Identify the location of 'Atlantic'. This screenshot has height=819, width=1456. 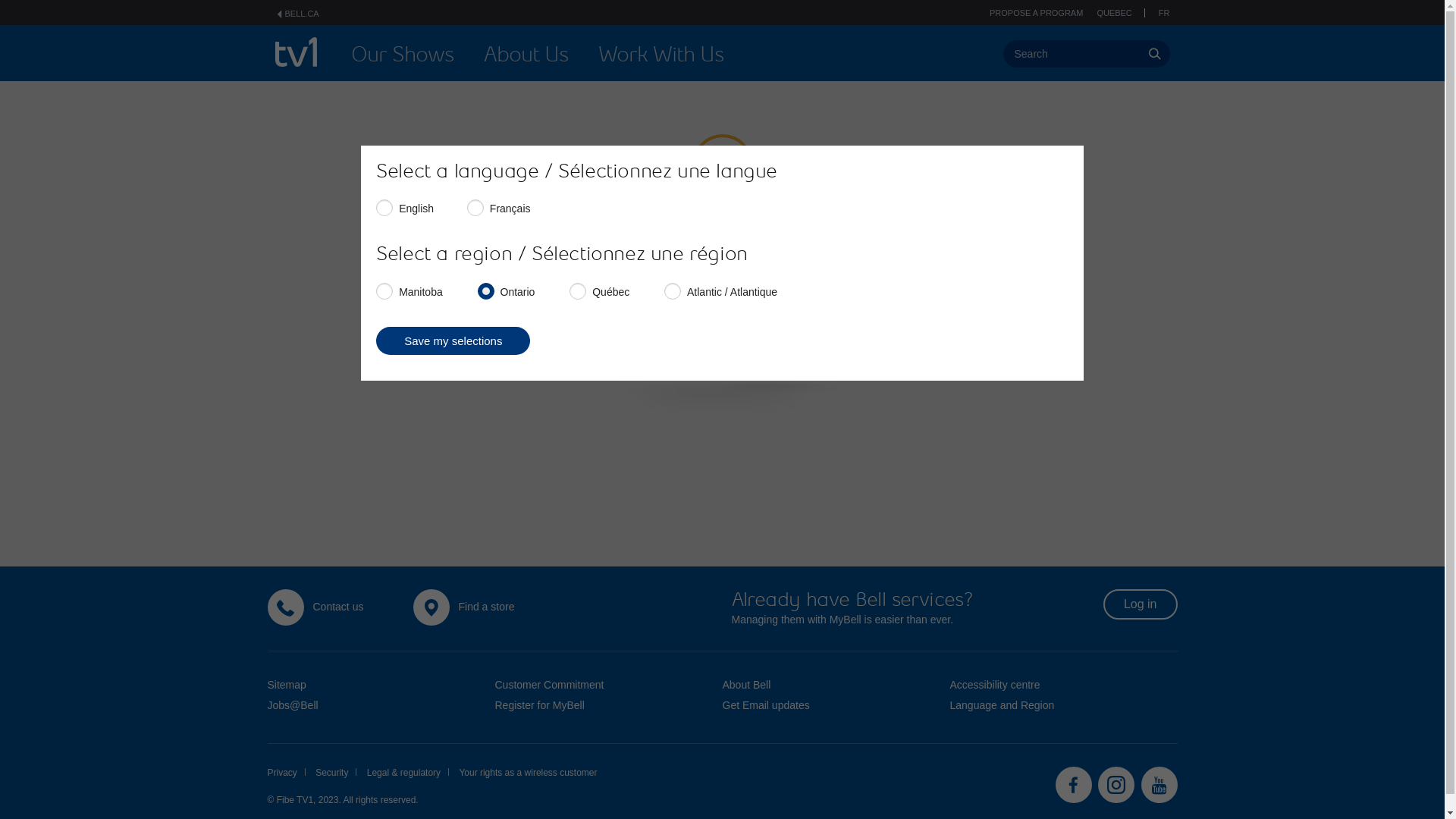
(664, 287).